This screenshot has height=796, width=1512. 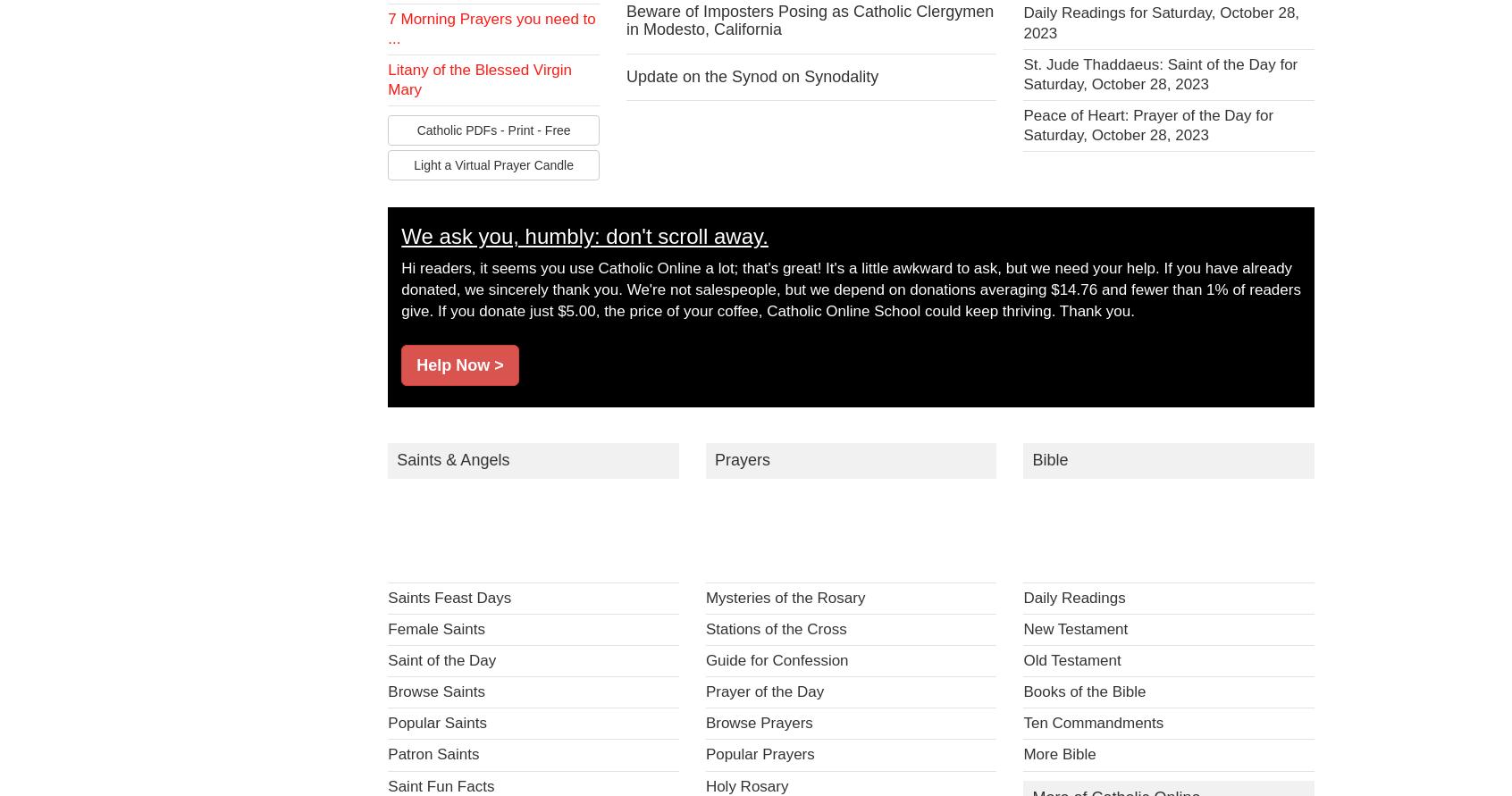 What do you see at coordinates (1160, 22) in the screenshot?
I see `'Daily Readings for Saturday, October 28, 2023'` at bounding box center [1160, 22].